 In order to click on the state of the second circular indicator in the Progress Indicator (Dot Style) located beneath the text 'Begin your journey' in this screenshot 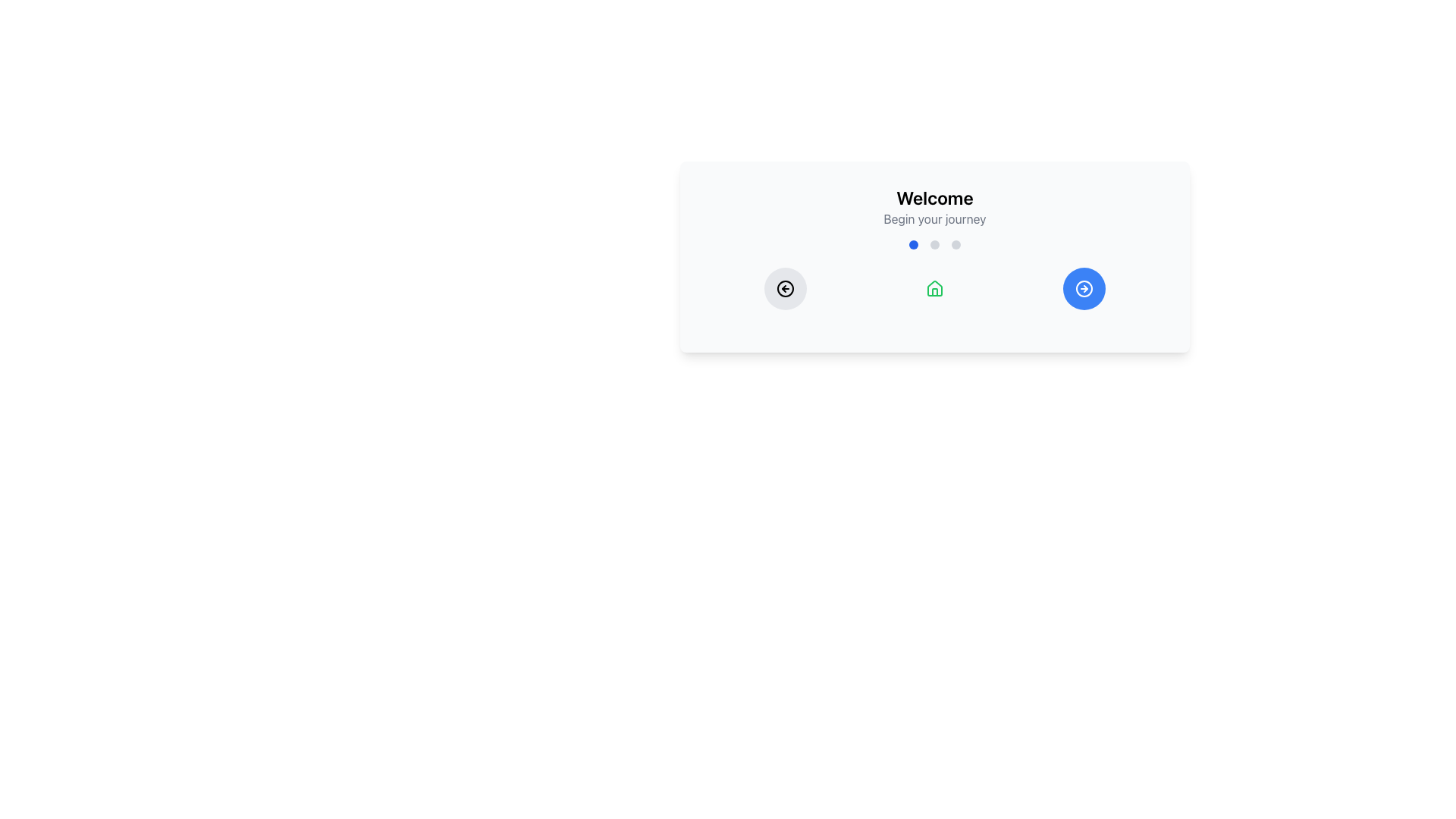, I will do `click(934, 244)`.